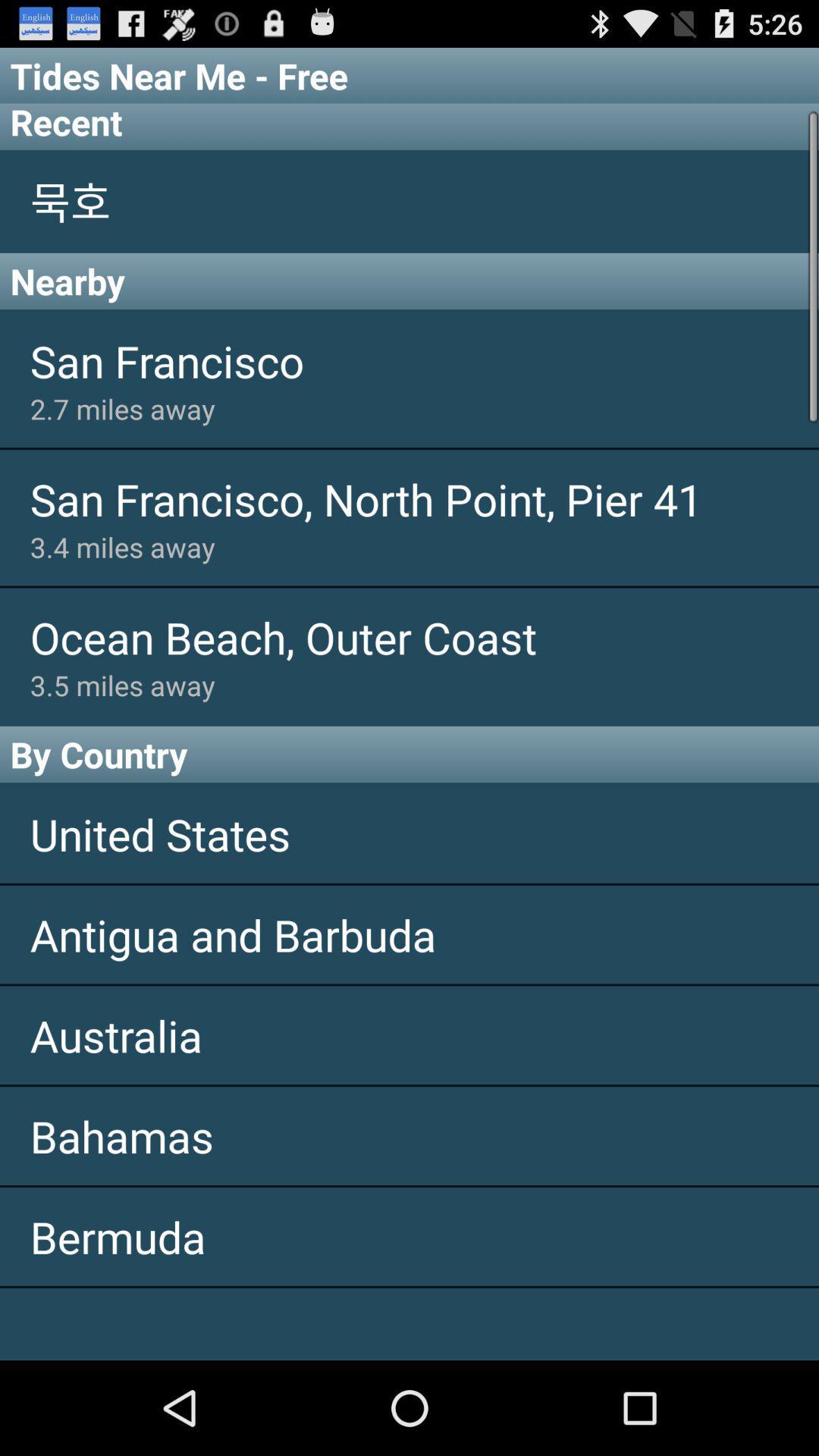 The image size is (819, 1456). I want to click on app above the bahamas icon, so click(409, 1034).